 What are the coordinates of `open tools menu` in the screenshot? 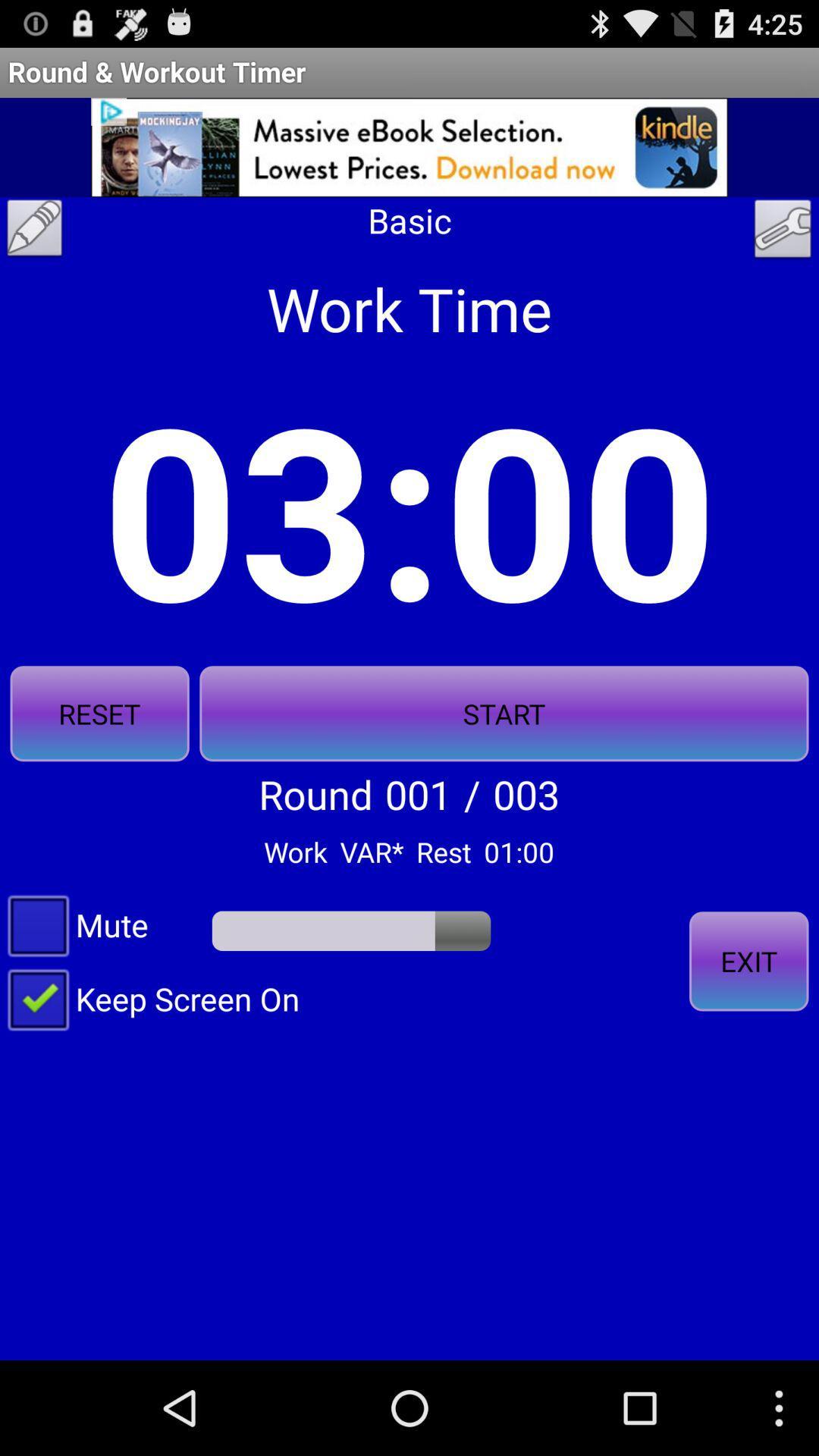 It's located at (783, 232).